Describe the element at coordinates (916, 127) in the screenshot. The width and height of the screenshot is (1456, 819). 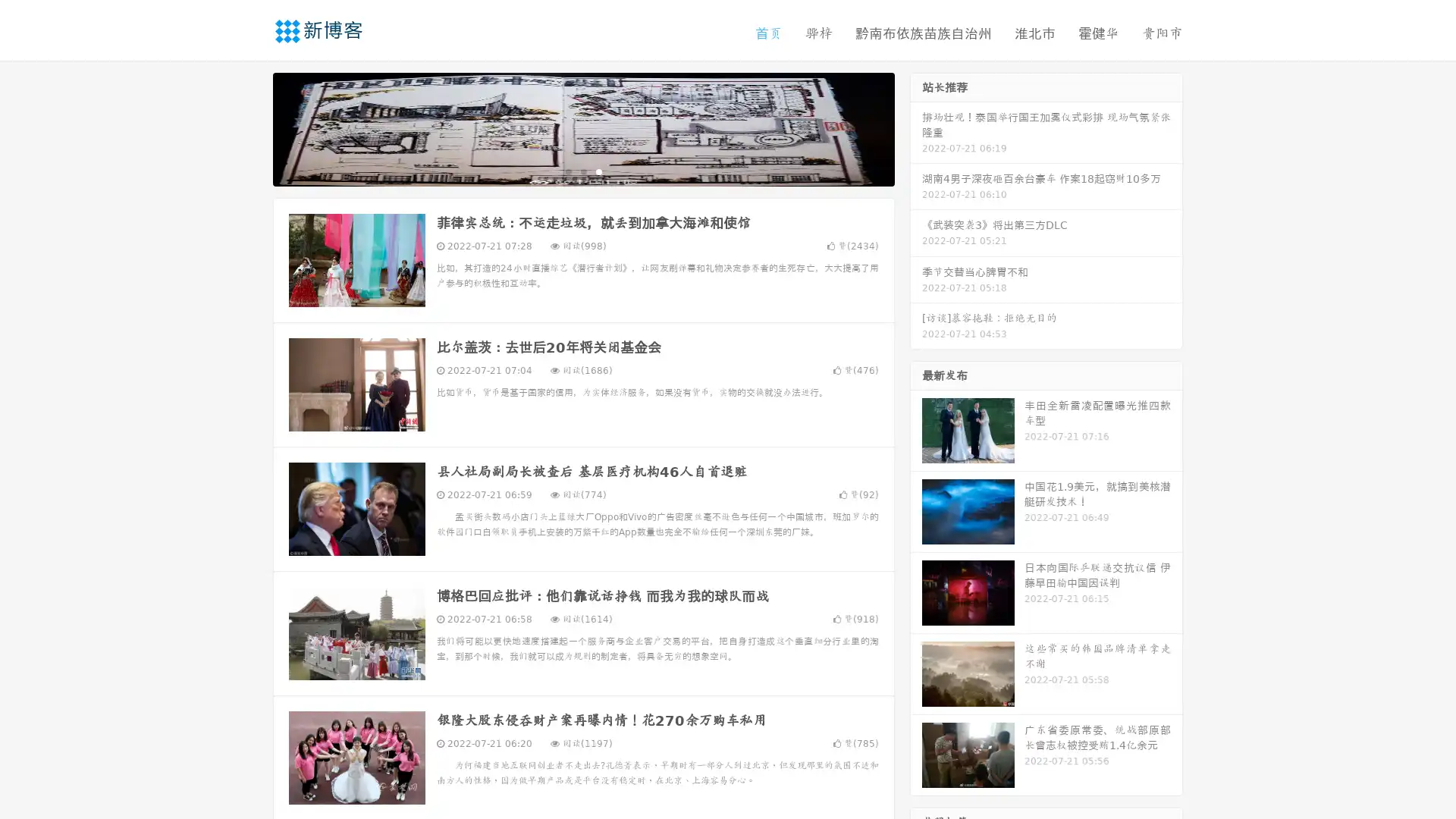
I see `Next slide` at that location.